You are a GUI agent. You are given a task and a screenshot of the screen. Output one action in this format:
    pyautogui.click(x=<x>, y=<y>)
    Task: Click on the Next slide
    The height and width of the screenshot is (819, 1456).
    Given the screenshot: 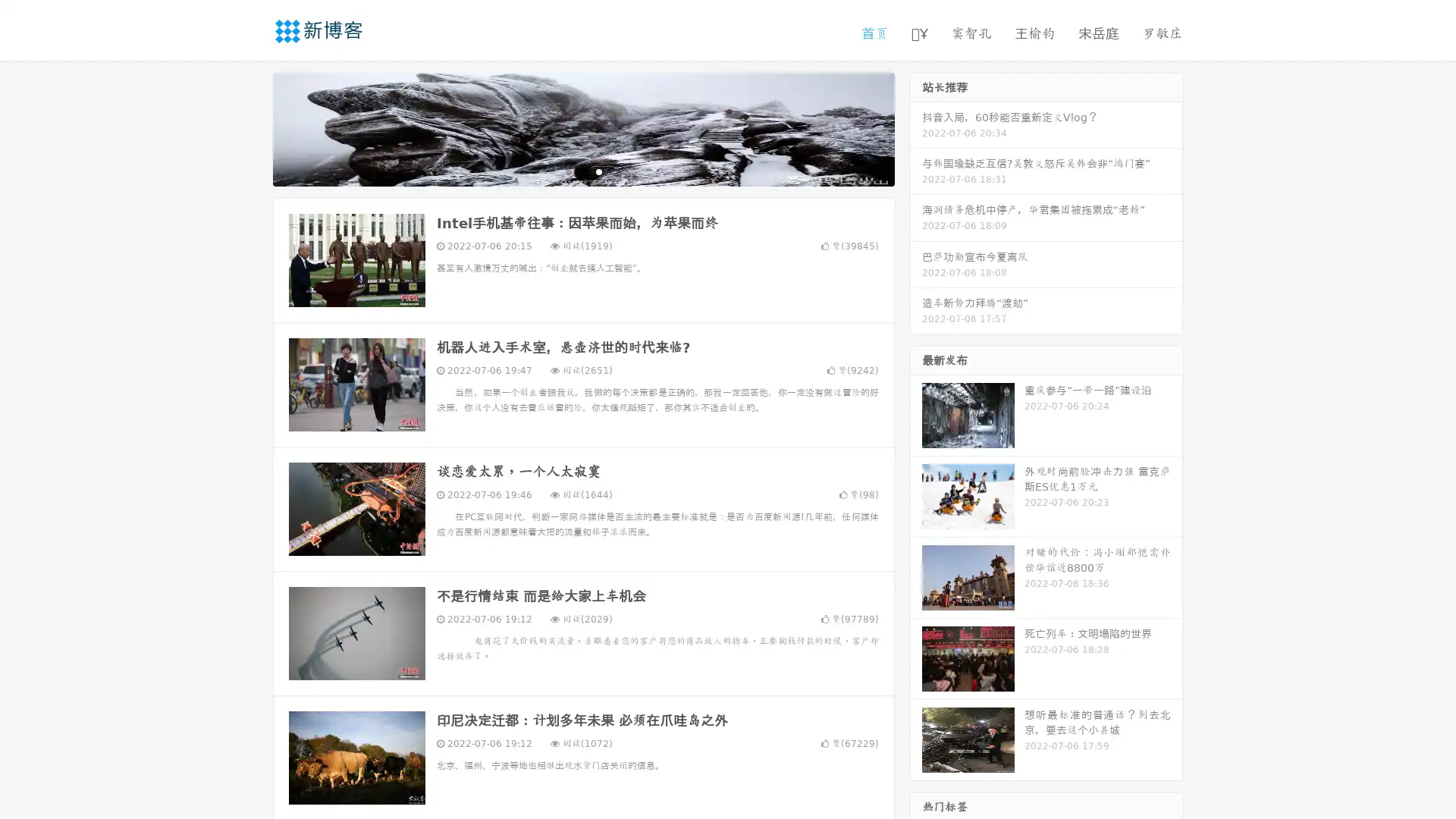 What is the action you would take?
    pyautogui.click(x=916, y=127)
    